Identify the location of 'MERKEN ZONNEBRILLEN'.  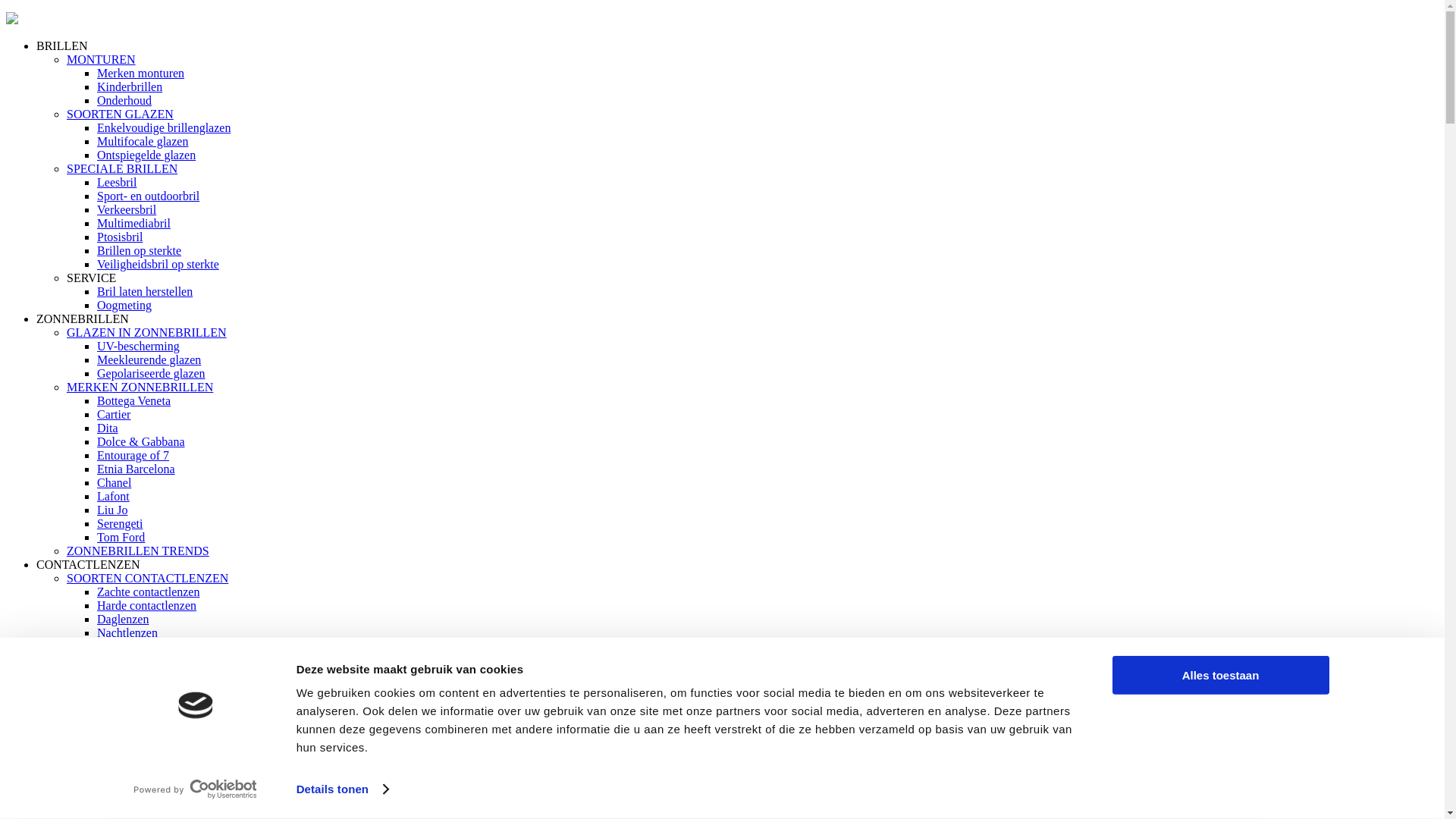
(140, 386).